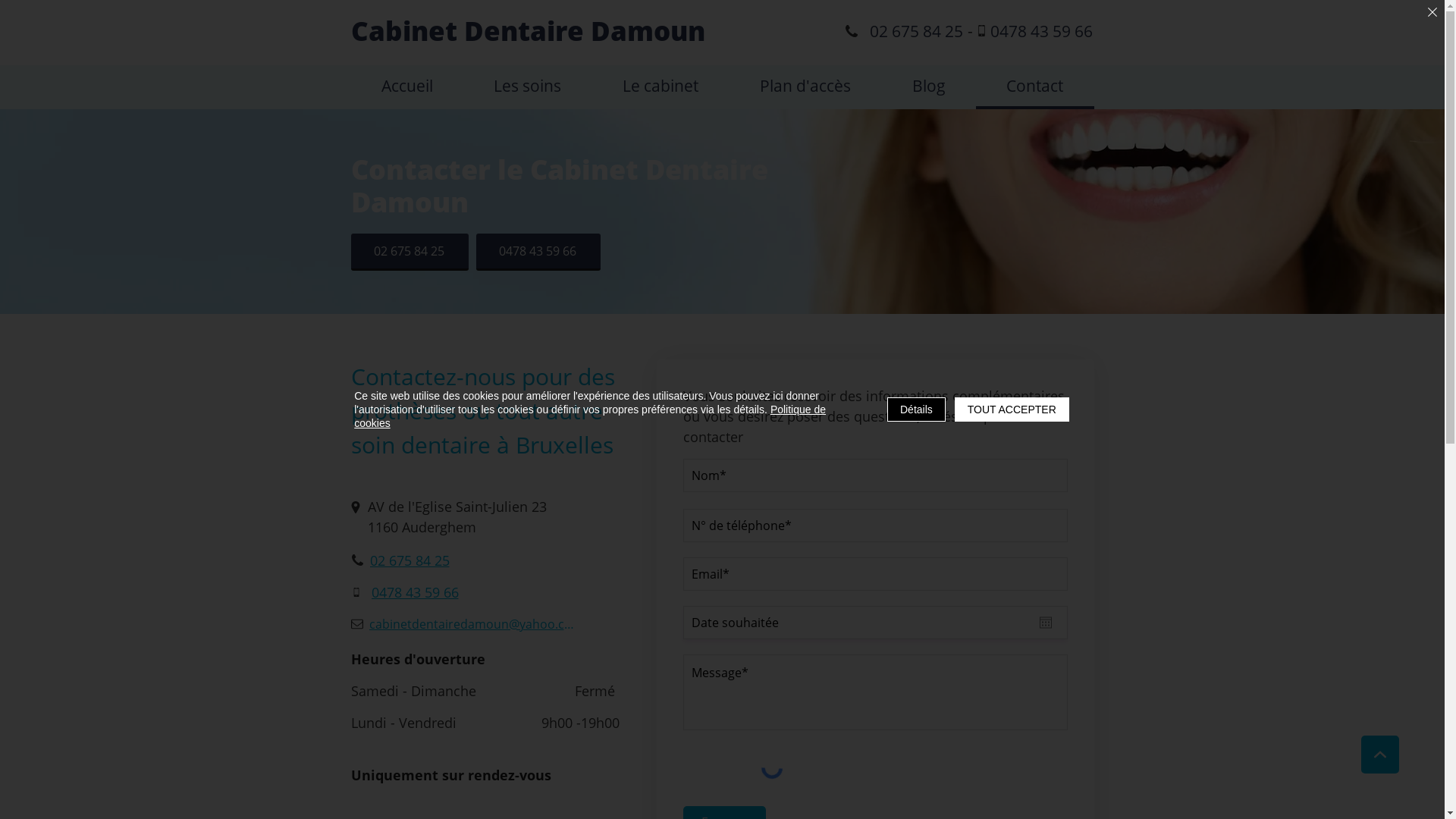 This screenshot has height=819, width=1456. What do you see at coordinates (406, 87) in the screenshot?
I see `'Accueil'` at bounding box center [406, 87].